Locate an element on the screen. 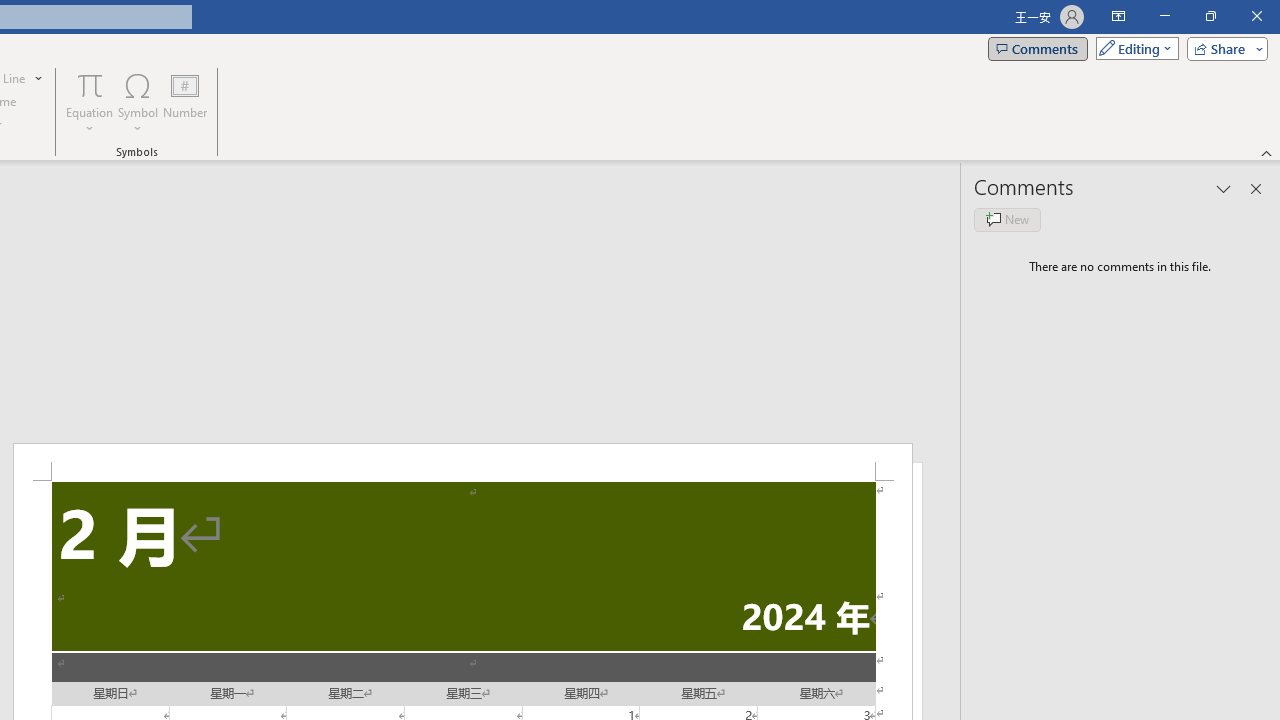 The height and width of the screenshot is (720, 1280). 'Comments' is located at coordinates (1038, 47).